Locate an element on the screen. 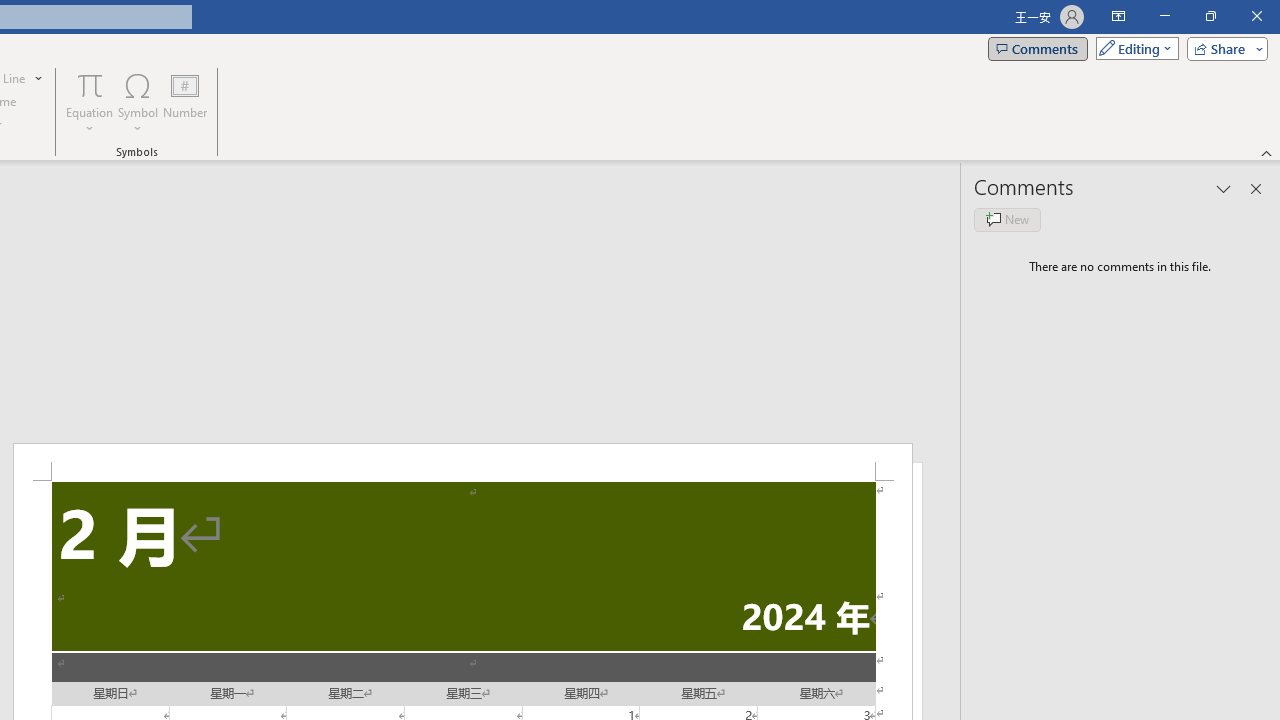 The height and width of the screenshot is (720, 1280). 'Comments' is located at coordinates (1038, 47).